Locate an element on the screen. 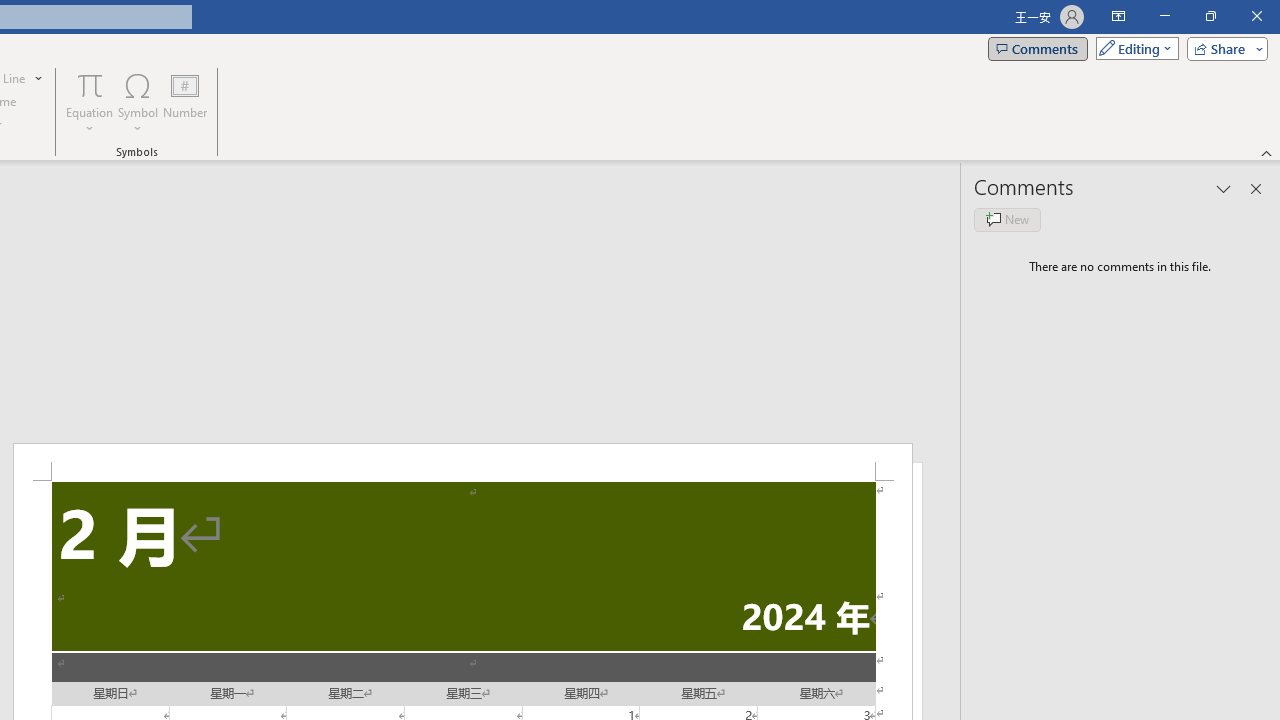 The height and width of the screenshot is (720, 1280). 'Comments' is located at coordinates (1038, 47).